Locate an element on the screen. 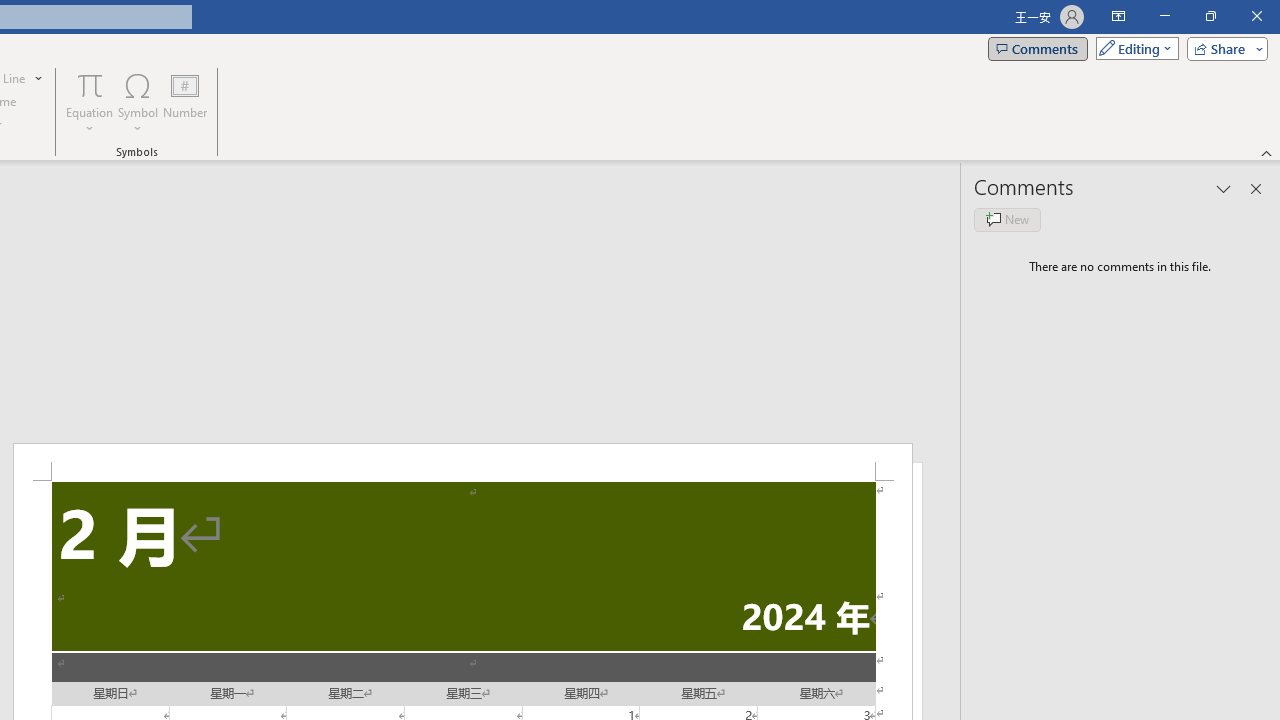 The height and width of the screenshot is (720, 1280). 'Comments' is located at coordinates (1038, 47).